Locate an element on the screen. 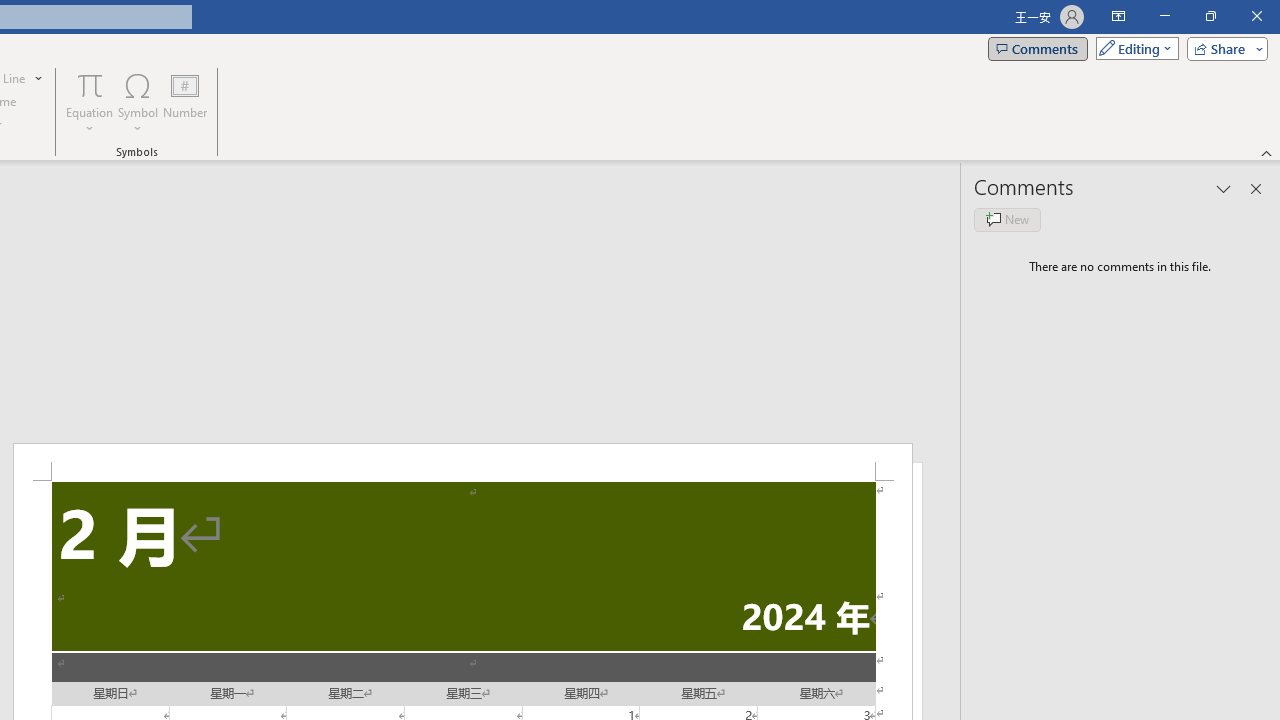 The height and width of the screenshot is (720, 1280). 'Comments' is located at coordinates (1038, 47).